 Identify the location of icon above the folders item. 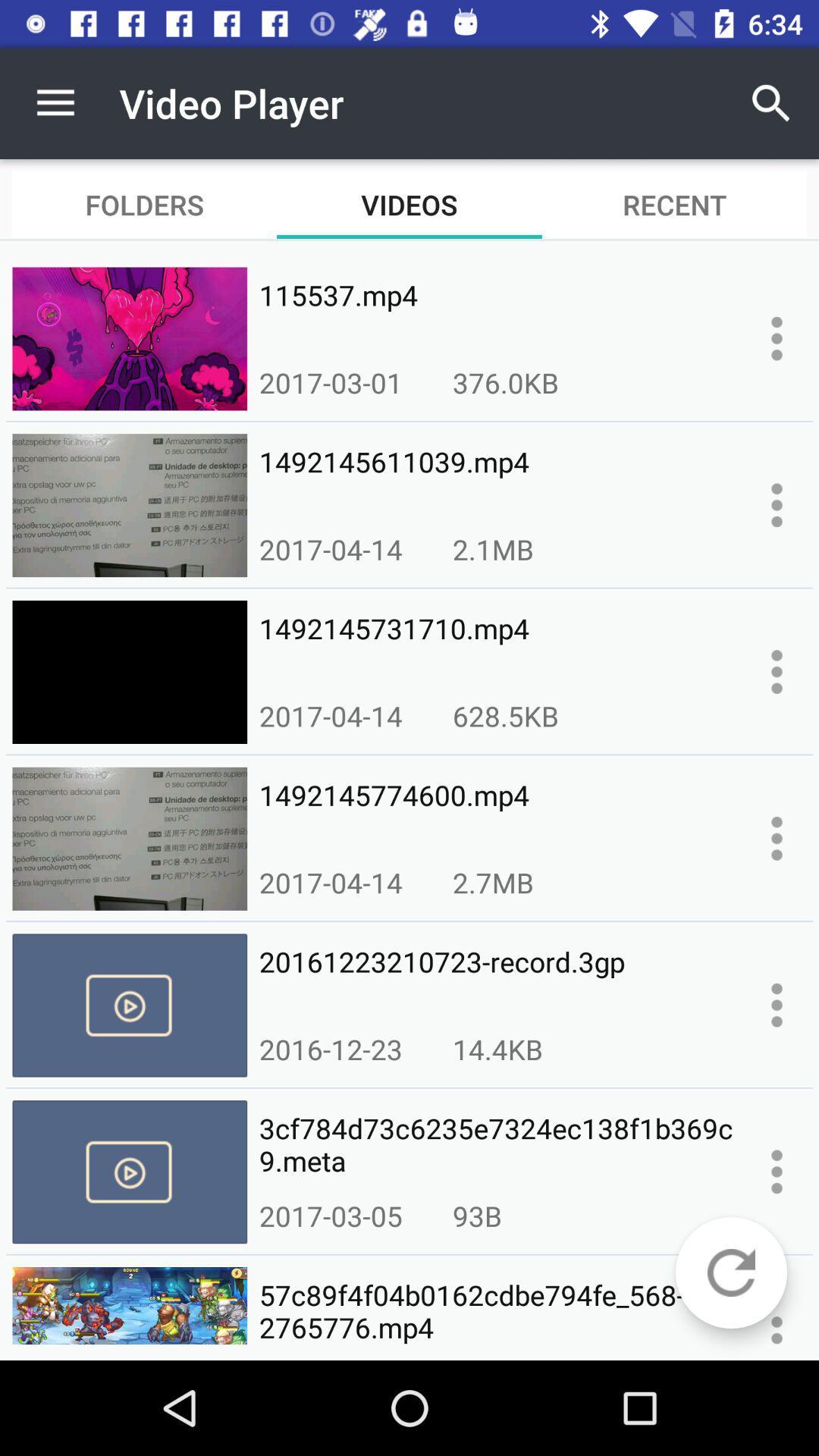
(55, 102).